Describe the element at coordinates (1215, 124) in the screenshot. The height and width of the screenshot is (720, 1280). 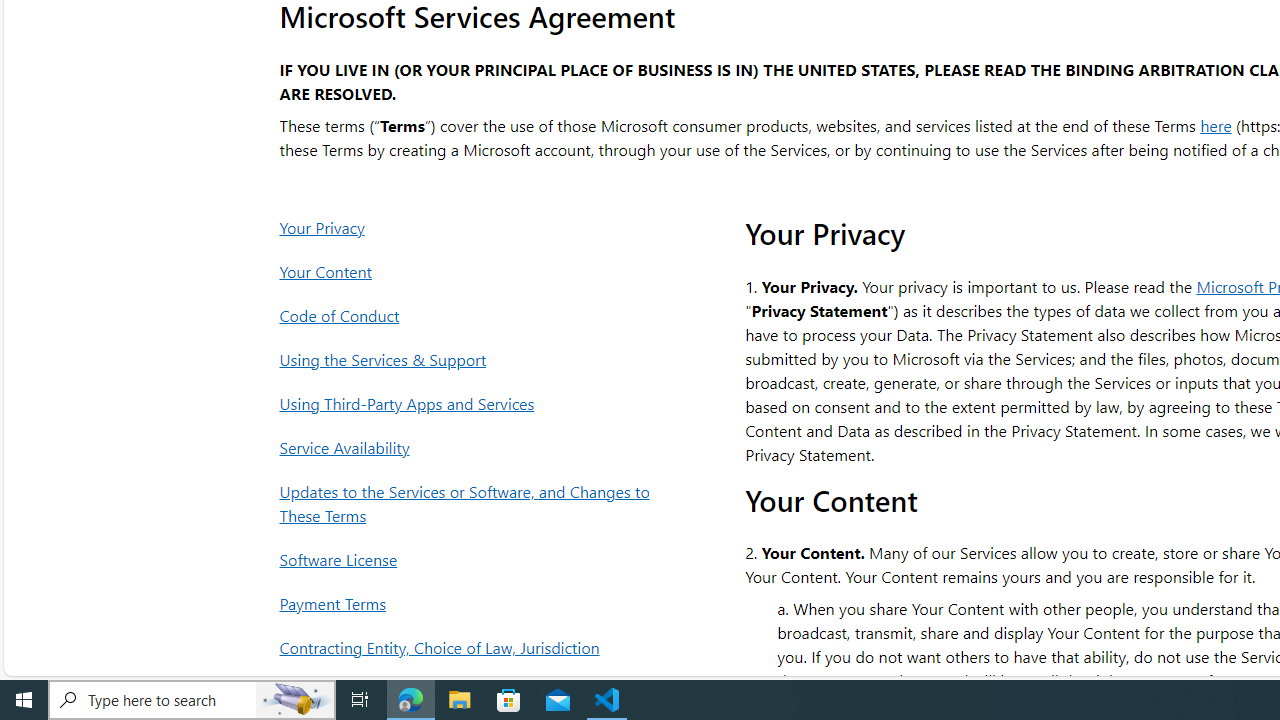
I see `'here'` at that location.